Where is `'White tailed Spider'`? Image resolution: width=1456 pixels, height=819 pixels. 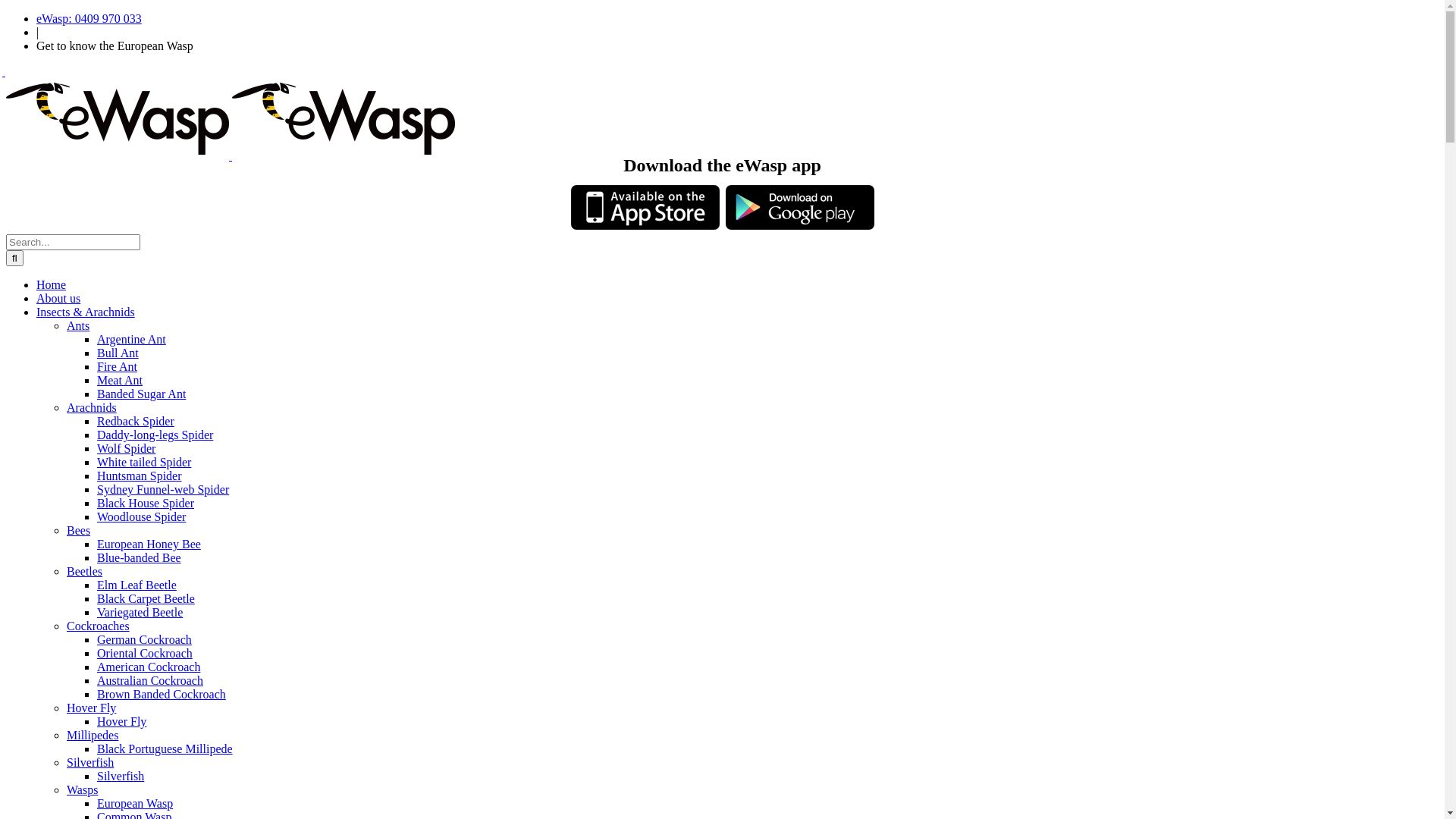
'White tailed Spider' is located at coordinates (96, 461).